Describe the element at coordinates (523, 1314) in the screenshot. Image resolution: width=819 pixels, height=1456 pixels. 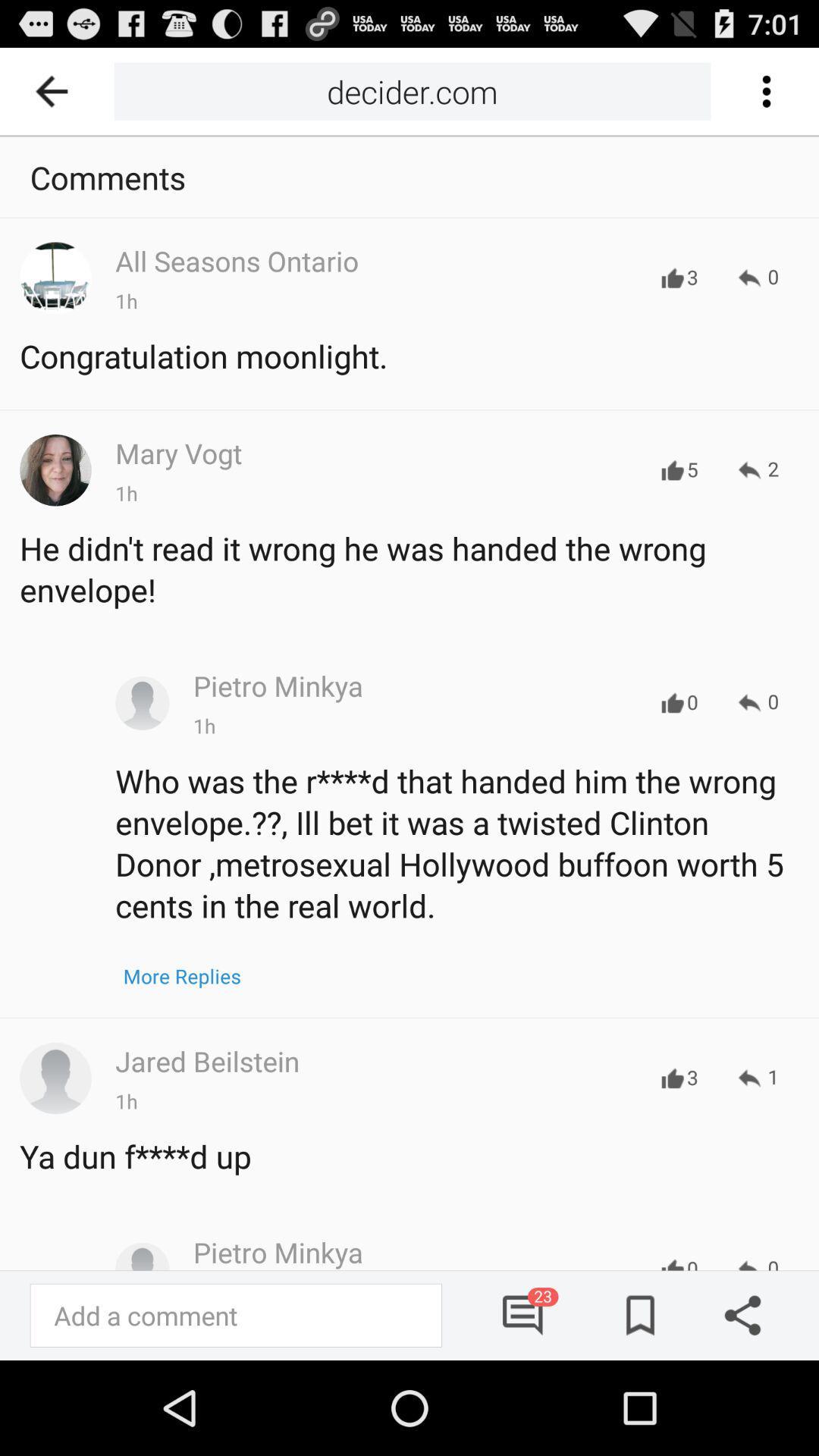
I see `the icon next to the add a comment icon` at that location.